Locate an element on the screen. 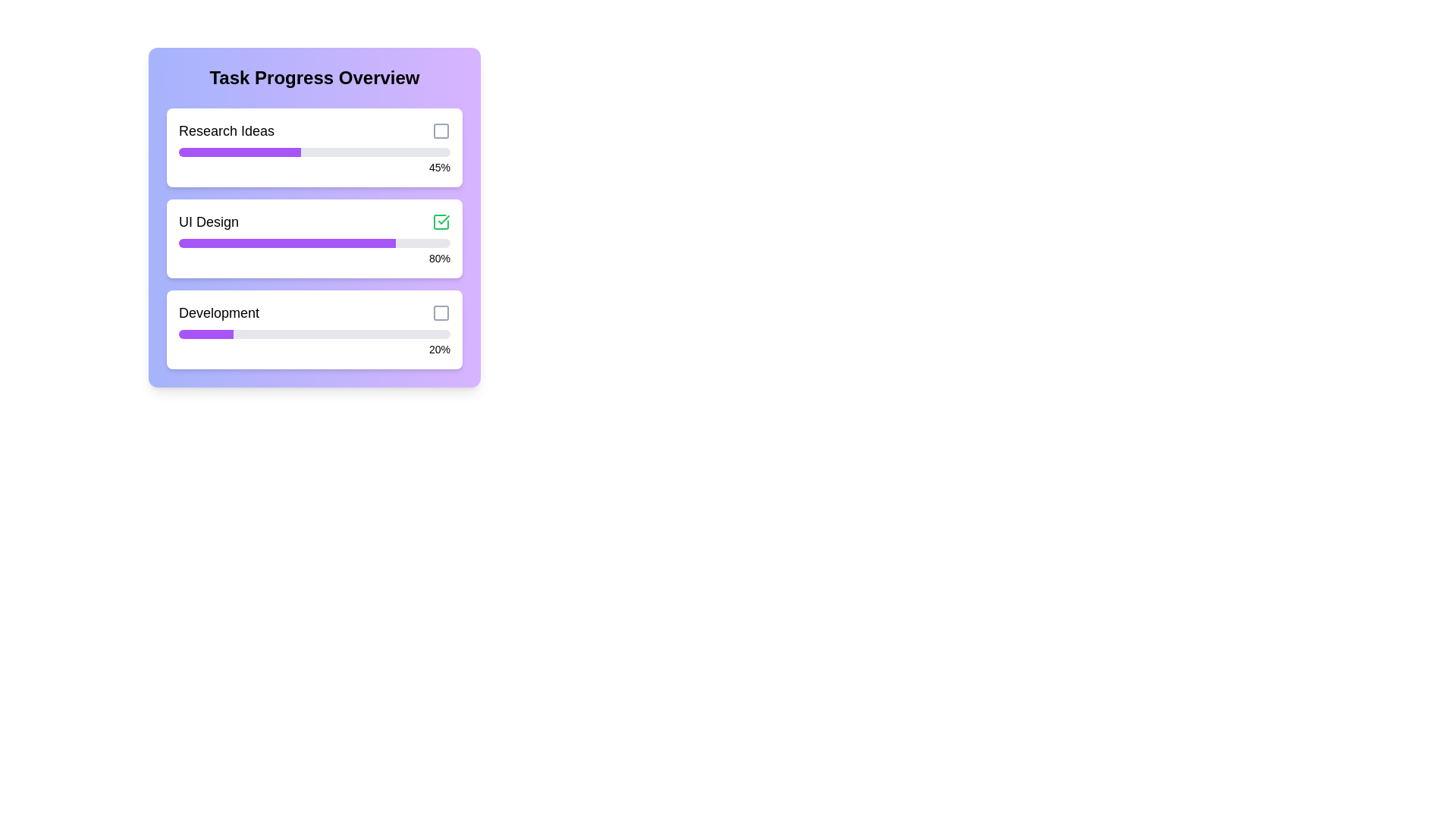 The width and height of the screenshot is (1456, 819). the square-shaped interactive icon with a gray border located is located at coordinates (440, 130).